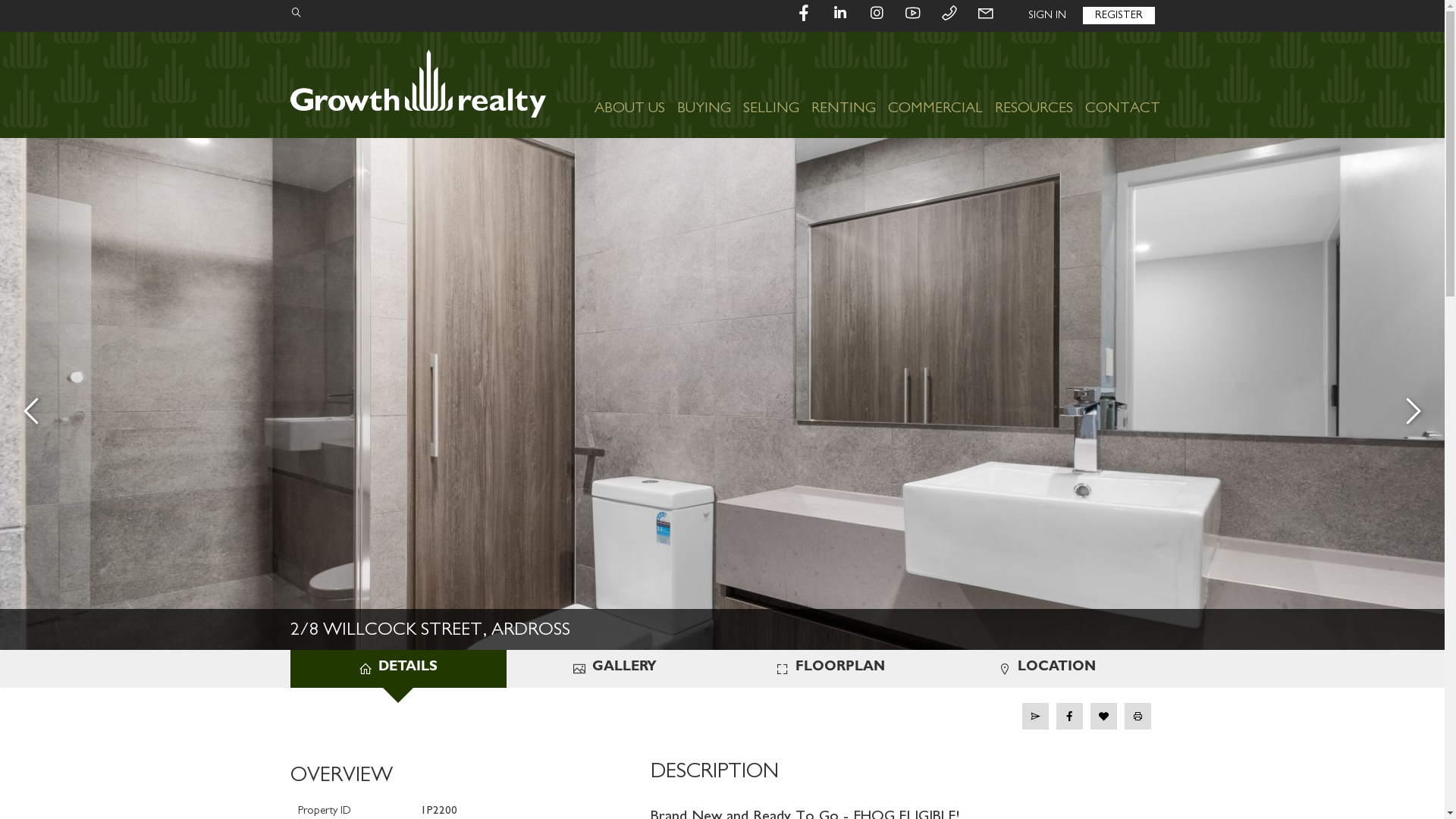 The image size is (1456, 819). What do you see at coordinates (989, 84) in the screenshot?
I see `'RESOURCES'` at bounding box center [989, 84].